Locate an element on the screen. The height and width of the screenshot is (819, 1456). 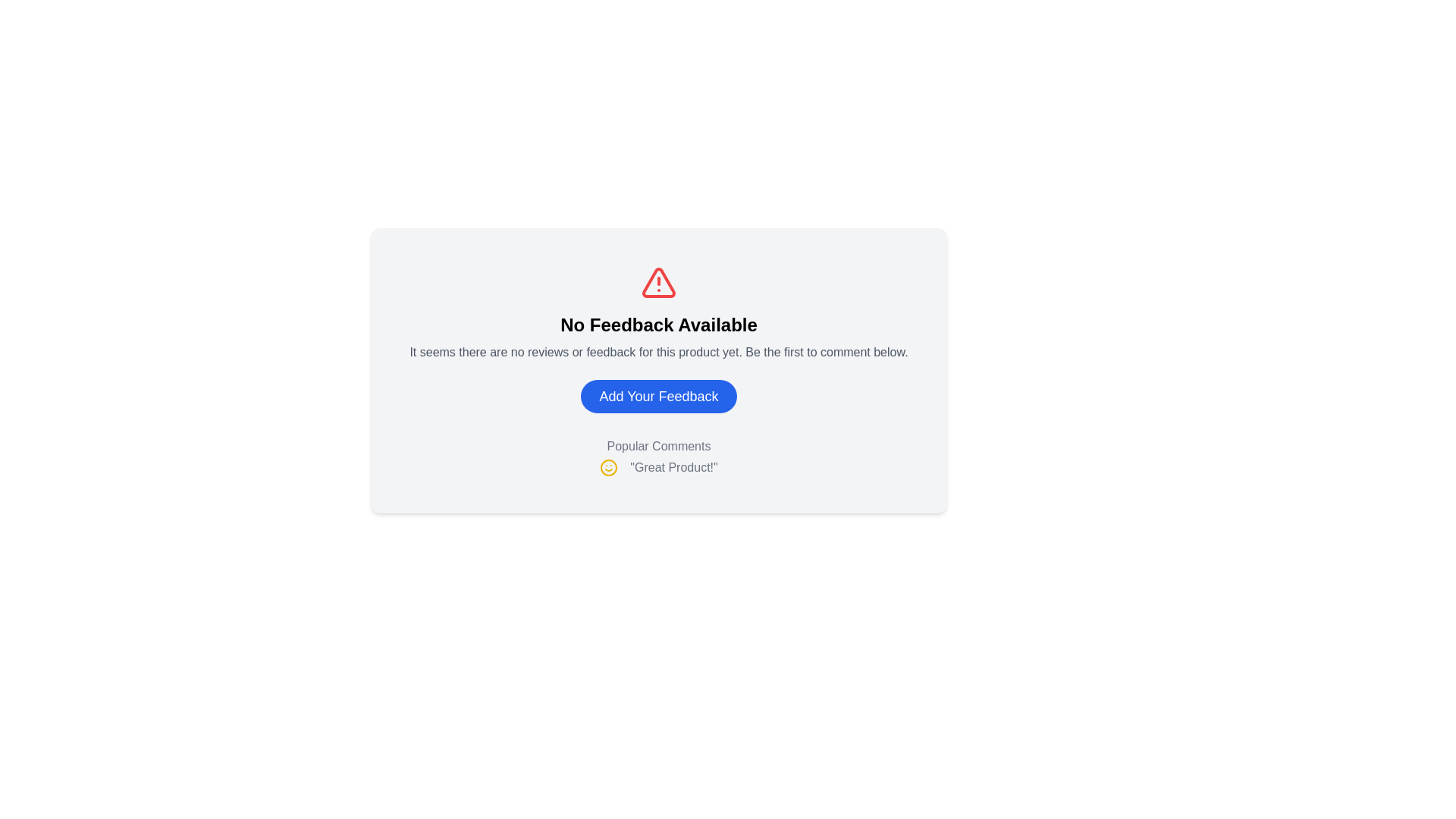
the warning icon located at the top part of the alert message above the 'No Feedback Available' text is located at coordinates (658, 283).